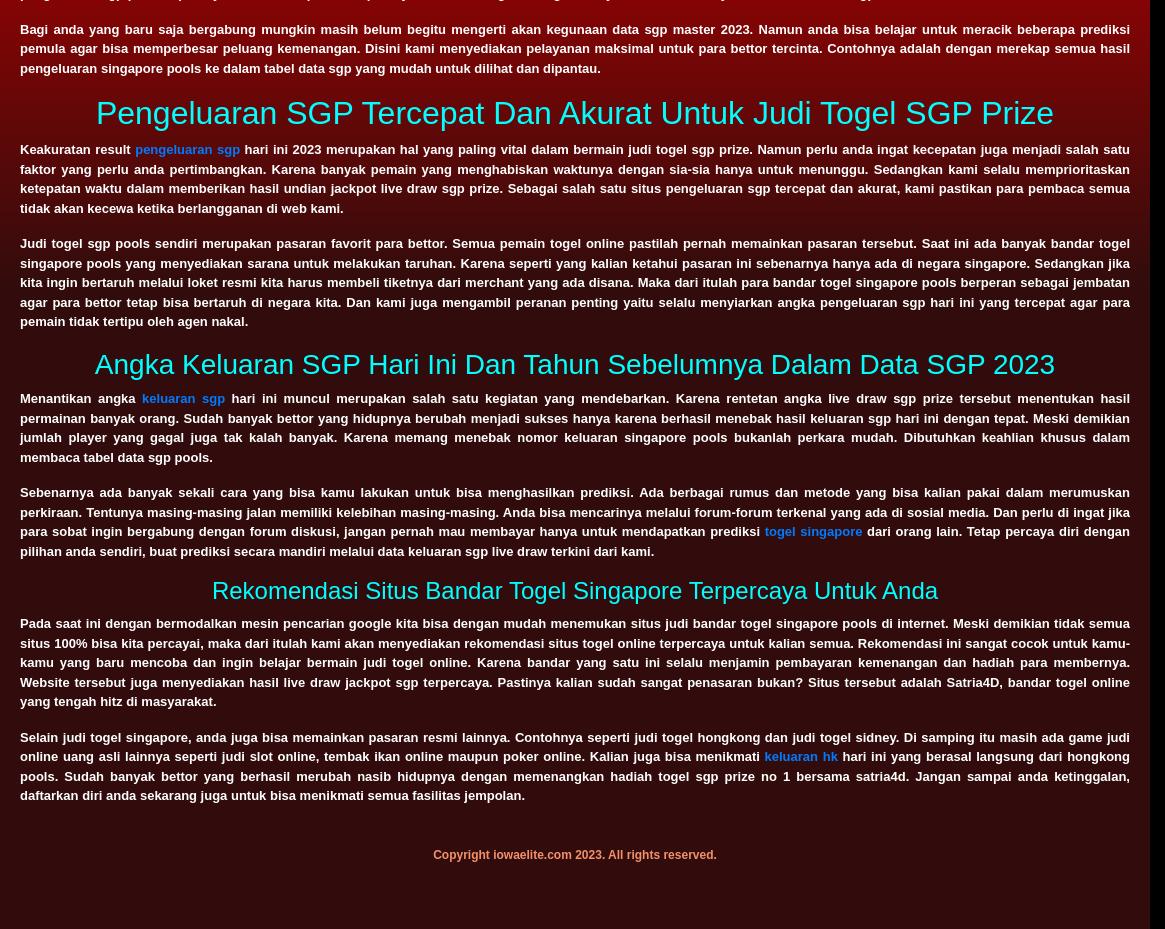 This screenshot has width=1165, height=929. What do you see at coordinates (76, 149) in the screenshot?
I see `'Keakuratan result'` at bounding box center [76, 149].